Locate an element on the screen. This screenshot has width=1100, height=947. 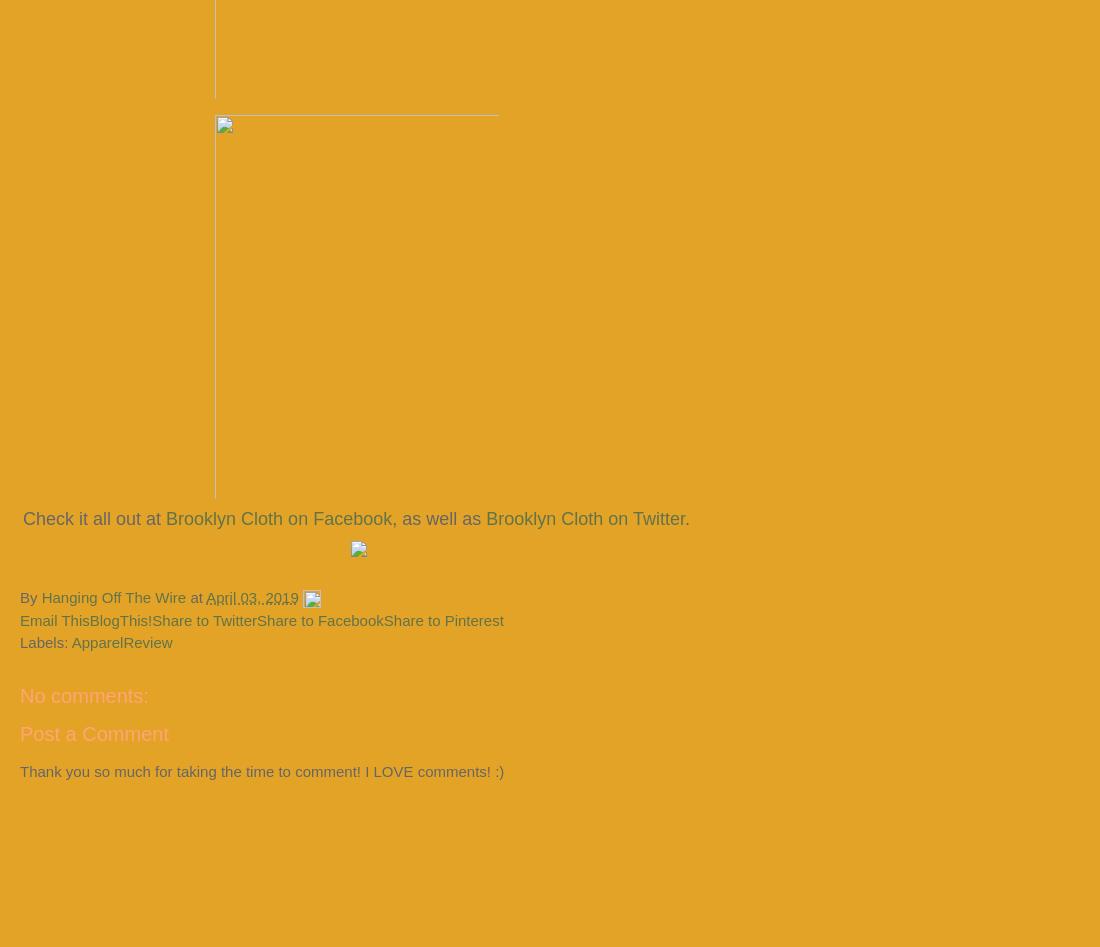
'No comments:' is located at coordinates (84, 694).